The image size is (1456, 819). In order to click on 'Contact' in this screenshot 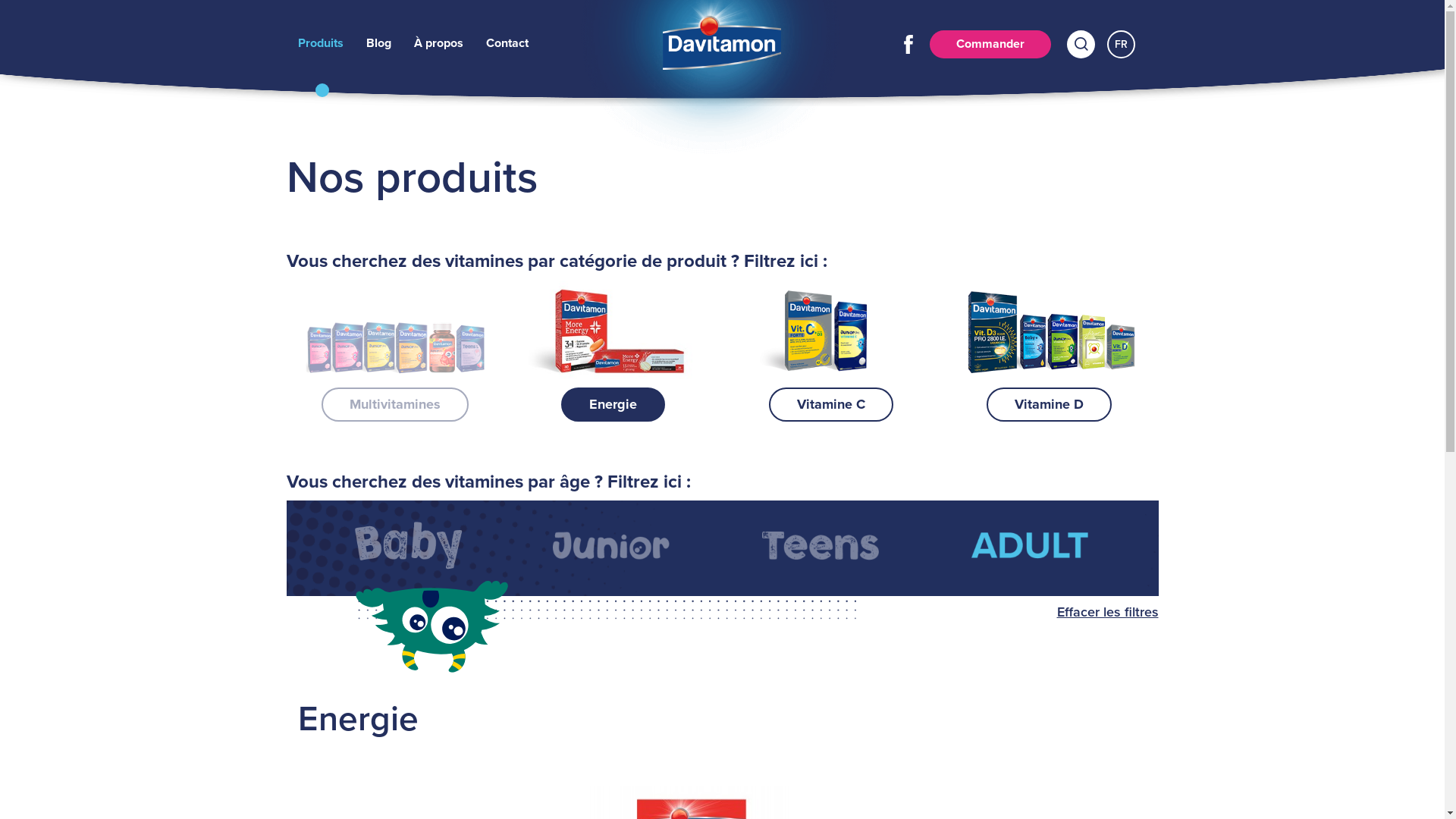, I will do `click(484, 42)`.